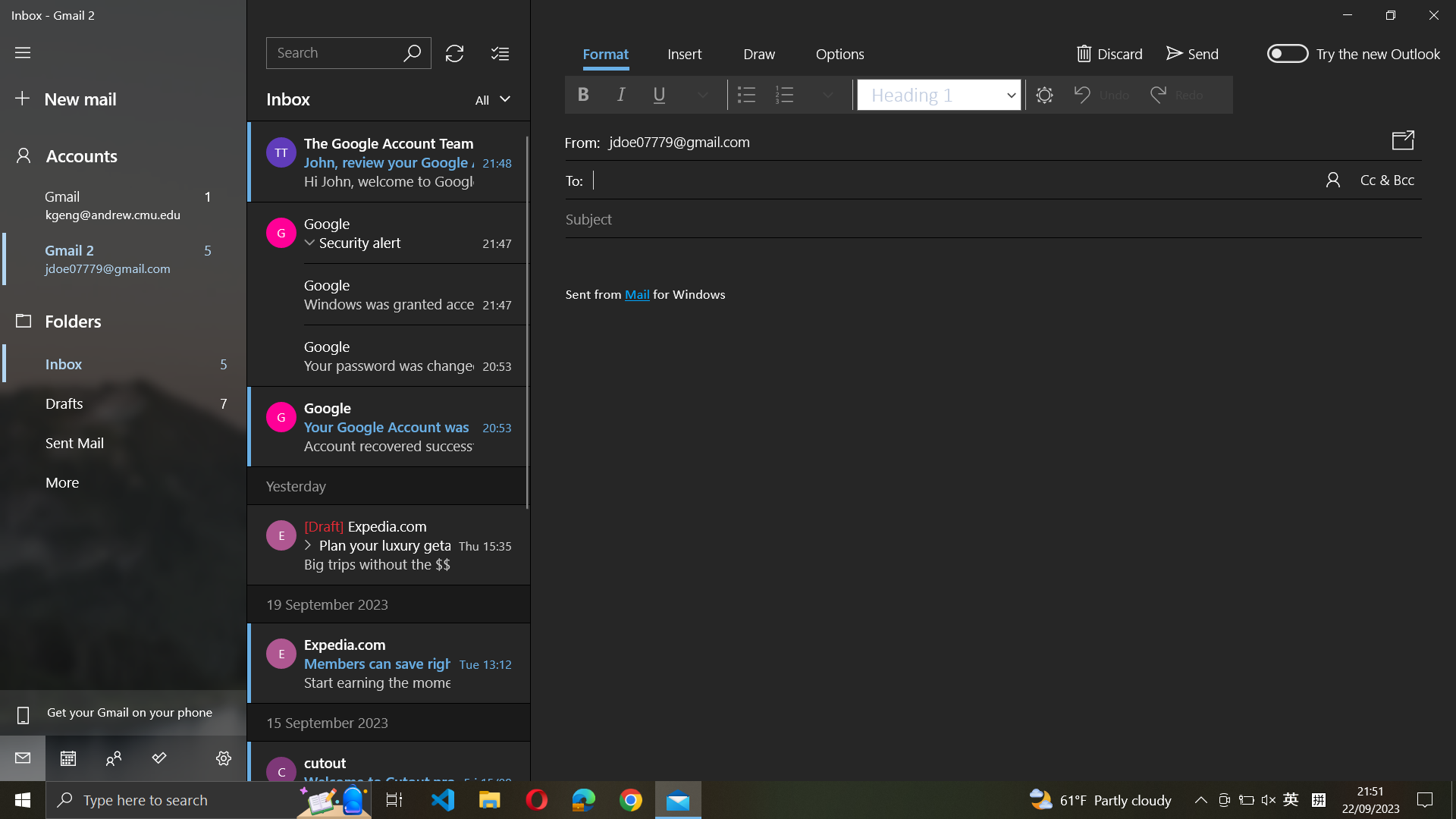 Image resolution: width=1456 pixels, height=819 pixels. Describe the element at coordinates (967, 177) in the screenshot. I see `Input the email address "xyz@gmail.com" into the recipient bar` at that location.